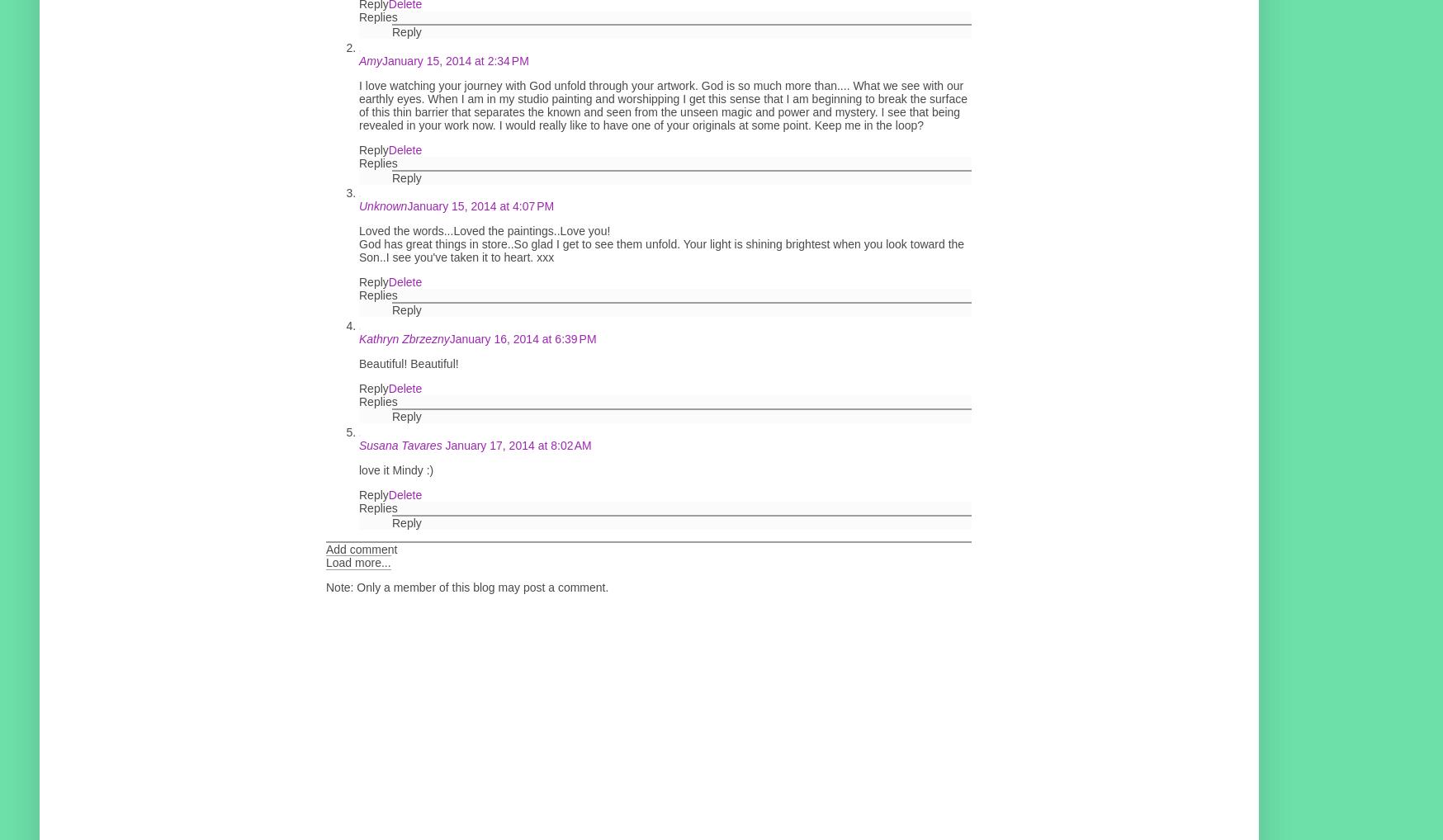 Image resolution: width=1443 pixels, height=840 pixels. Describe the element at coordinates (660, 250) in the screenshot. I see `'God has great things in store..So glad I get to see them unfold. Your light is shining brightest when you look toward the Son..I see you've taken it to heart. xxx'` at that location.